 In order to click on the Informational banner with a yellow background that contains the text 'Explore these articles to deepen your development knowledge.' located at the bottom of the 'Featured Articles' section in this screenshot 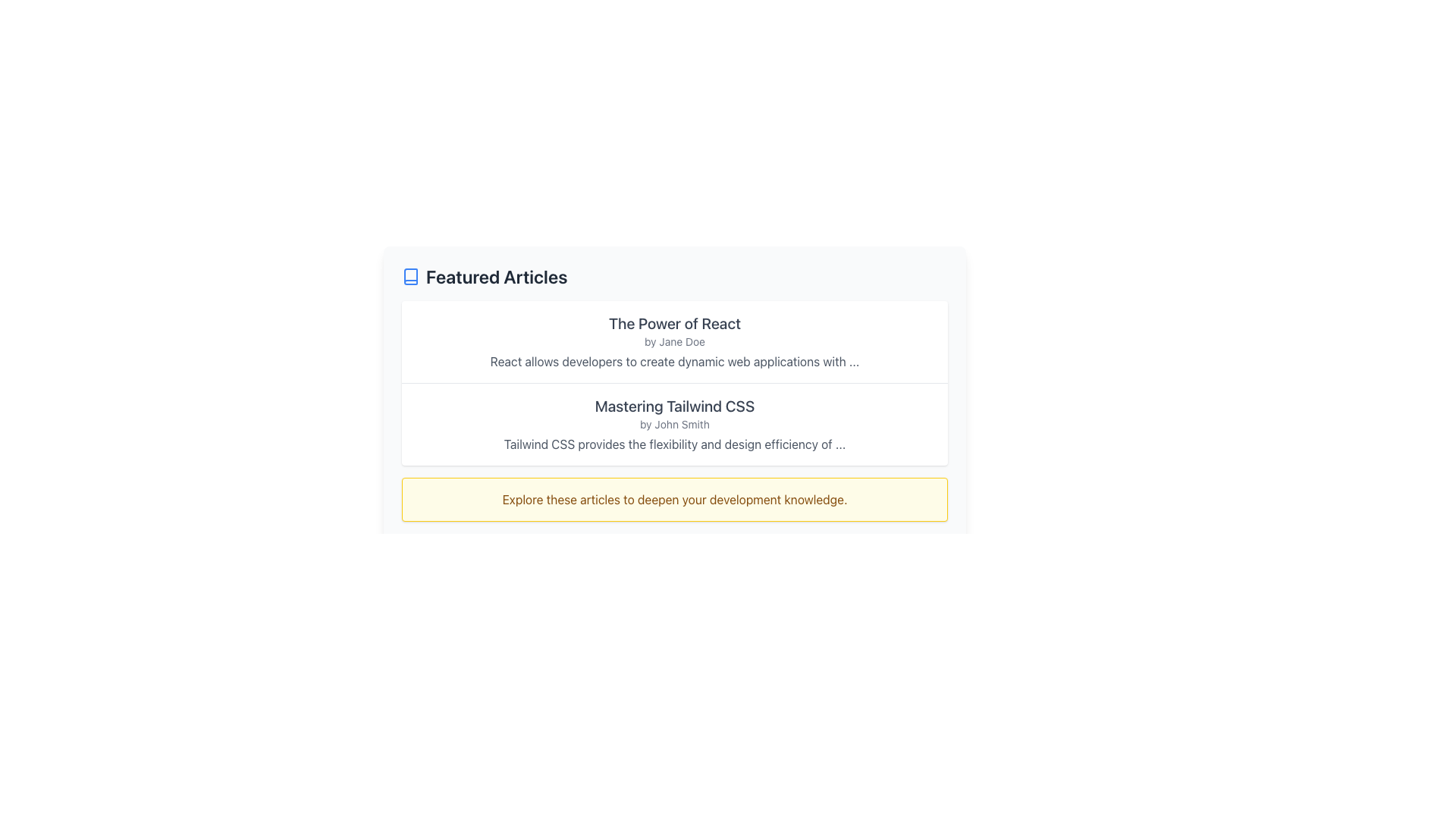, I will do `click(673, 500)`.